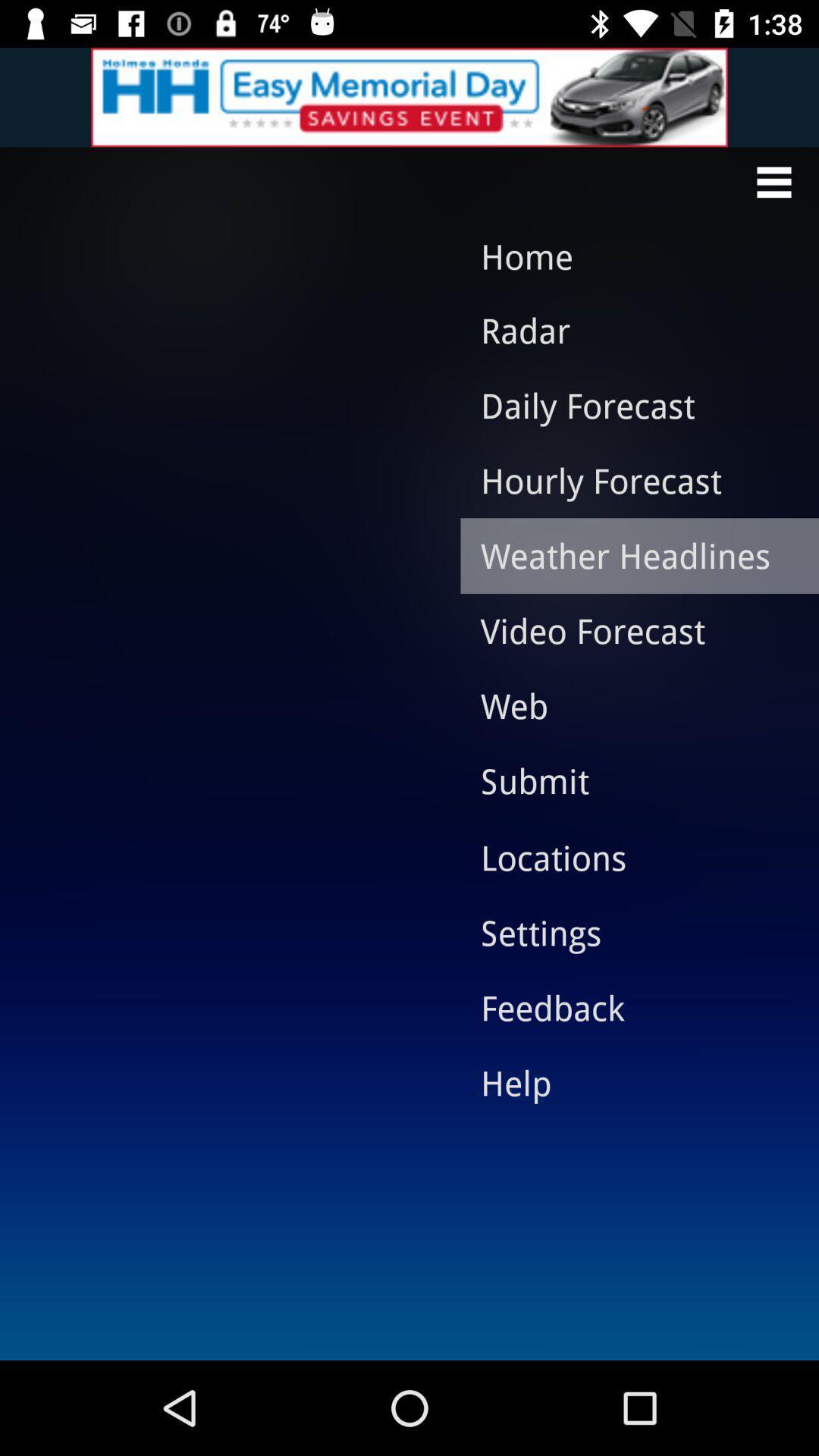 The image size is (819, 1456). What do you see at coordinates (628, 1081) in the screenshot?
I see `help item` at bounding box center [628, 1081].